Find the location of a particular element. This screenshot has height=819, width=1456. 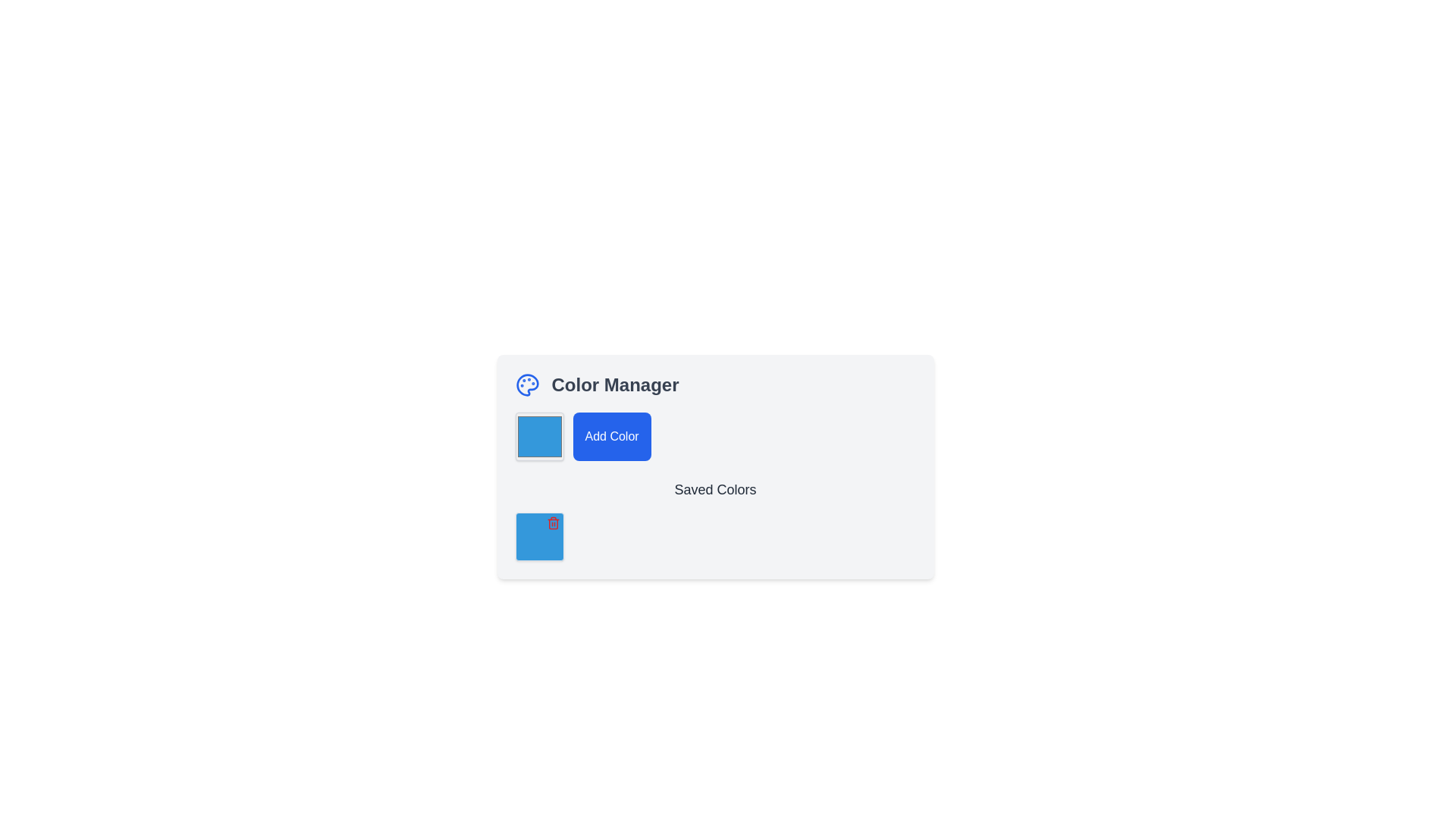

the blue color swatch, which is a square-shaped element with rounded corners and a thin gray border is located at coordinates (539, 436).